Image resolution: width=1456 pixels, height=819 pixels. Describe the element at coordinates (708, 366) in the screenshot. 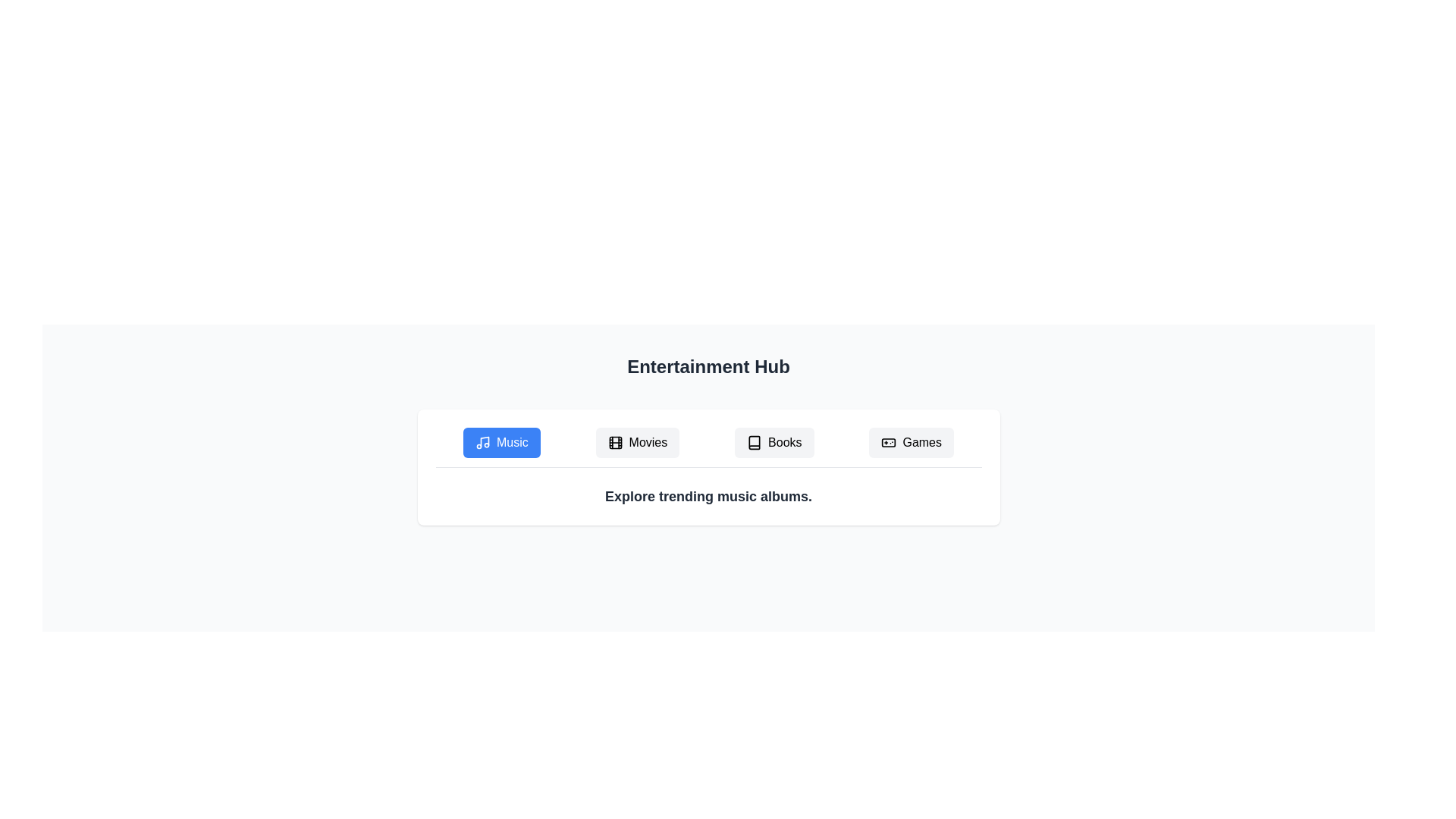

I see `the header text 'Entertainment Hub' to select it` at that location.